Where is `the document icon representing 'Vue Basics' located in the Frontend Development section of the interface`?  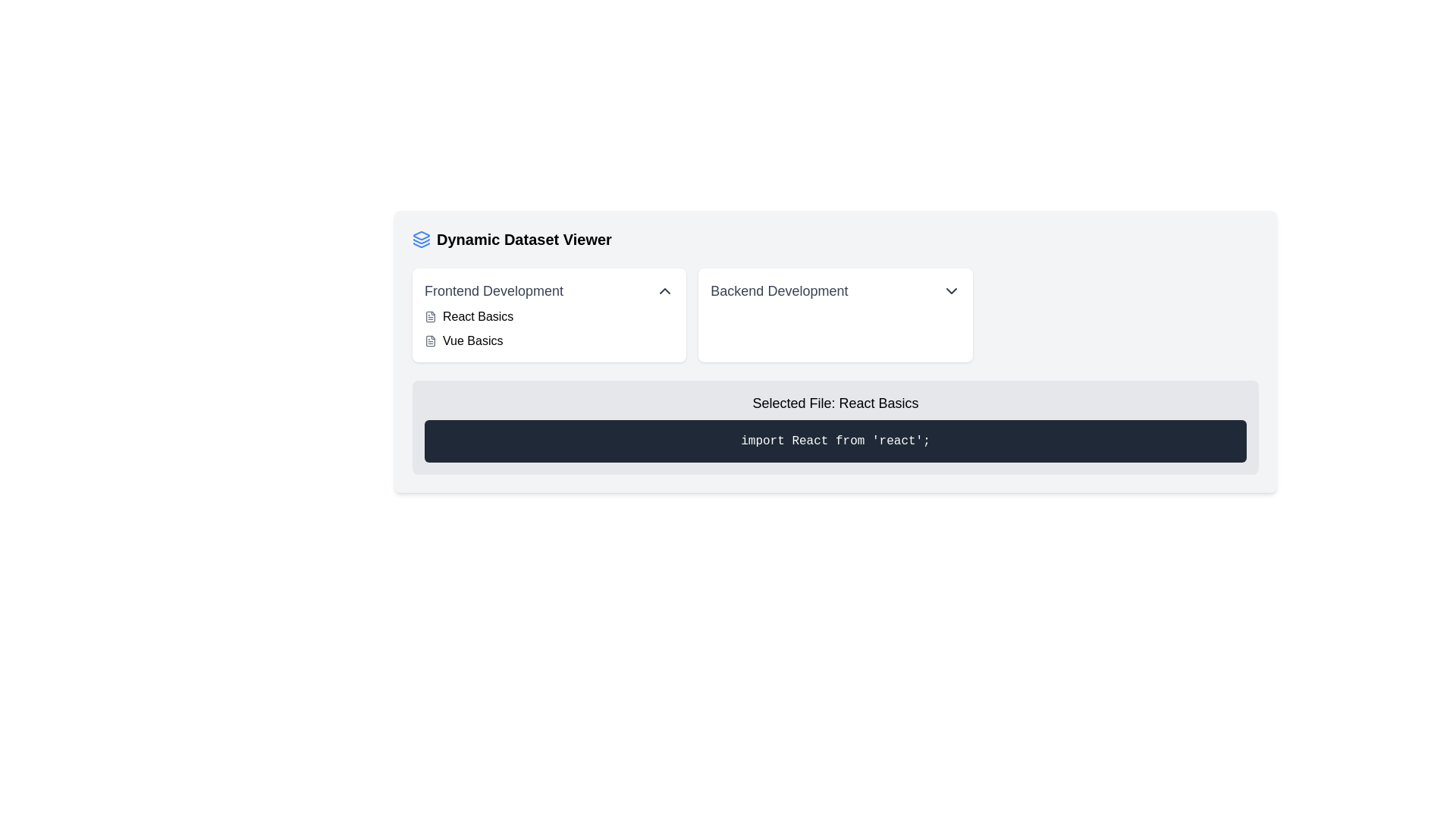 the document icon representing 'Vue Basics' located in the Frontend Development section of the interface is located at coordinates (429, 341).